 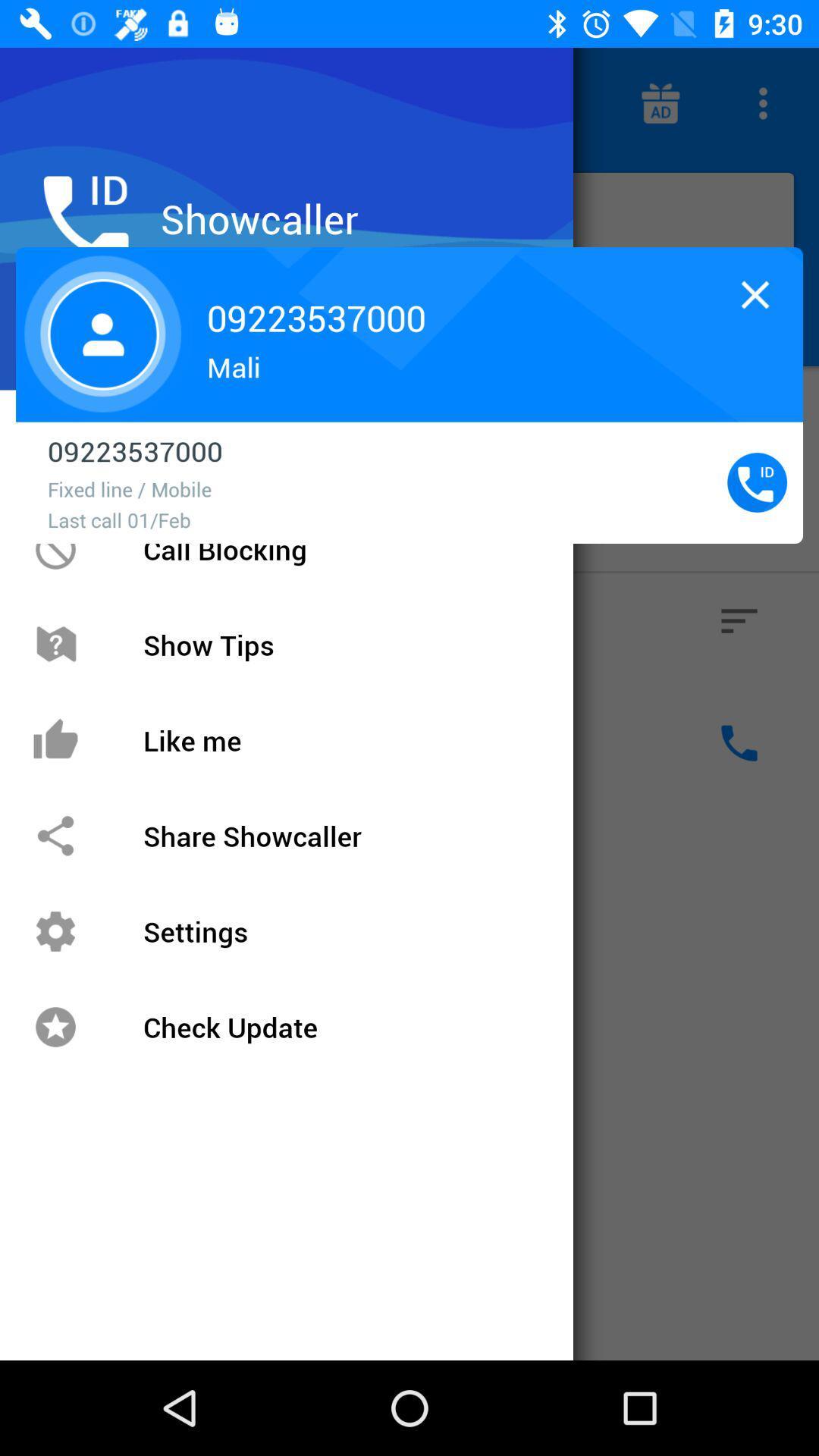 I want to click on the like icon on the web page, so click(x=79, y=742).